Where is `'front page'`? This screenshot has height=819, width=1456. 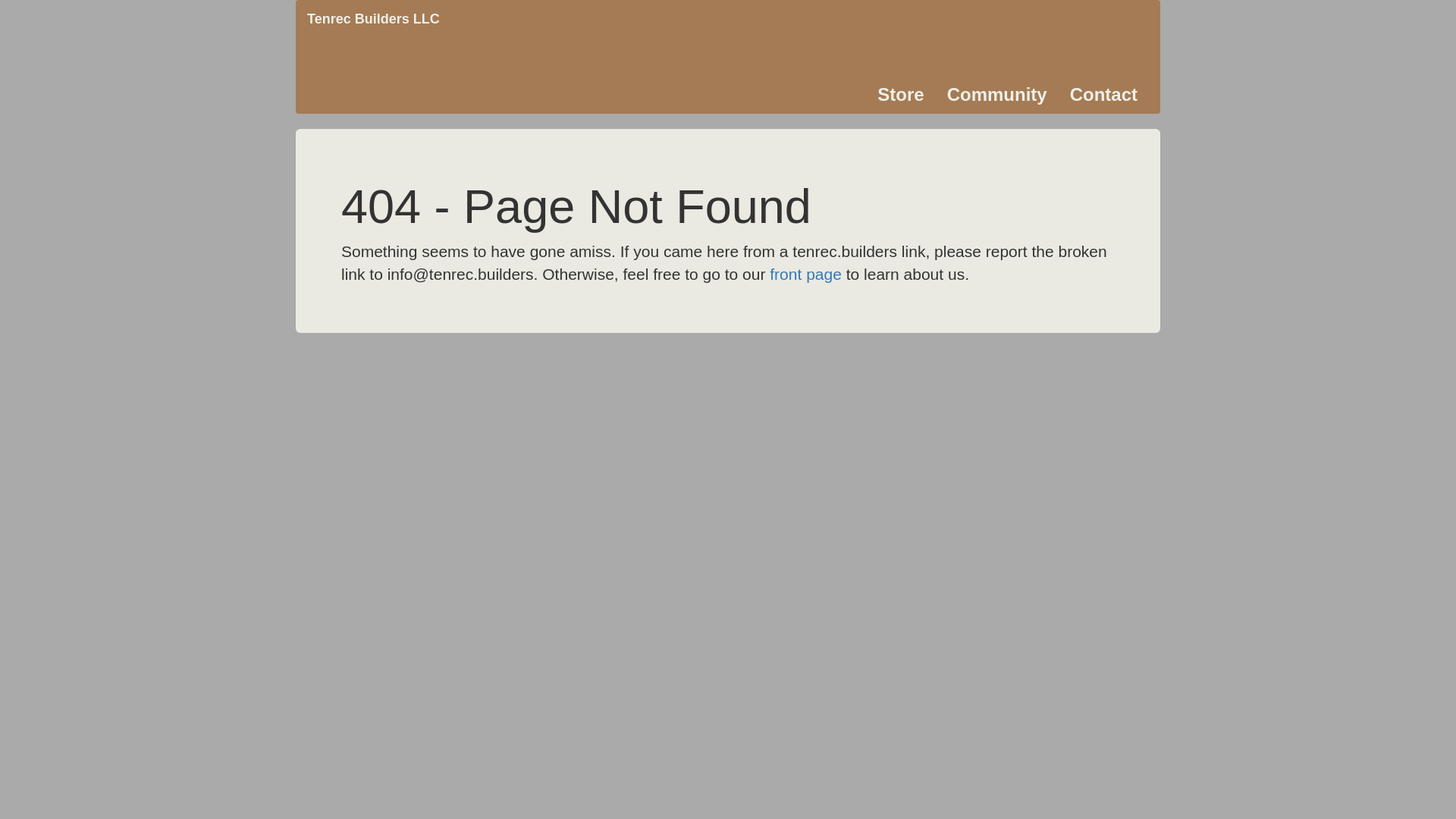
'front page' is located at coordinates (769, 274).